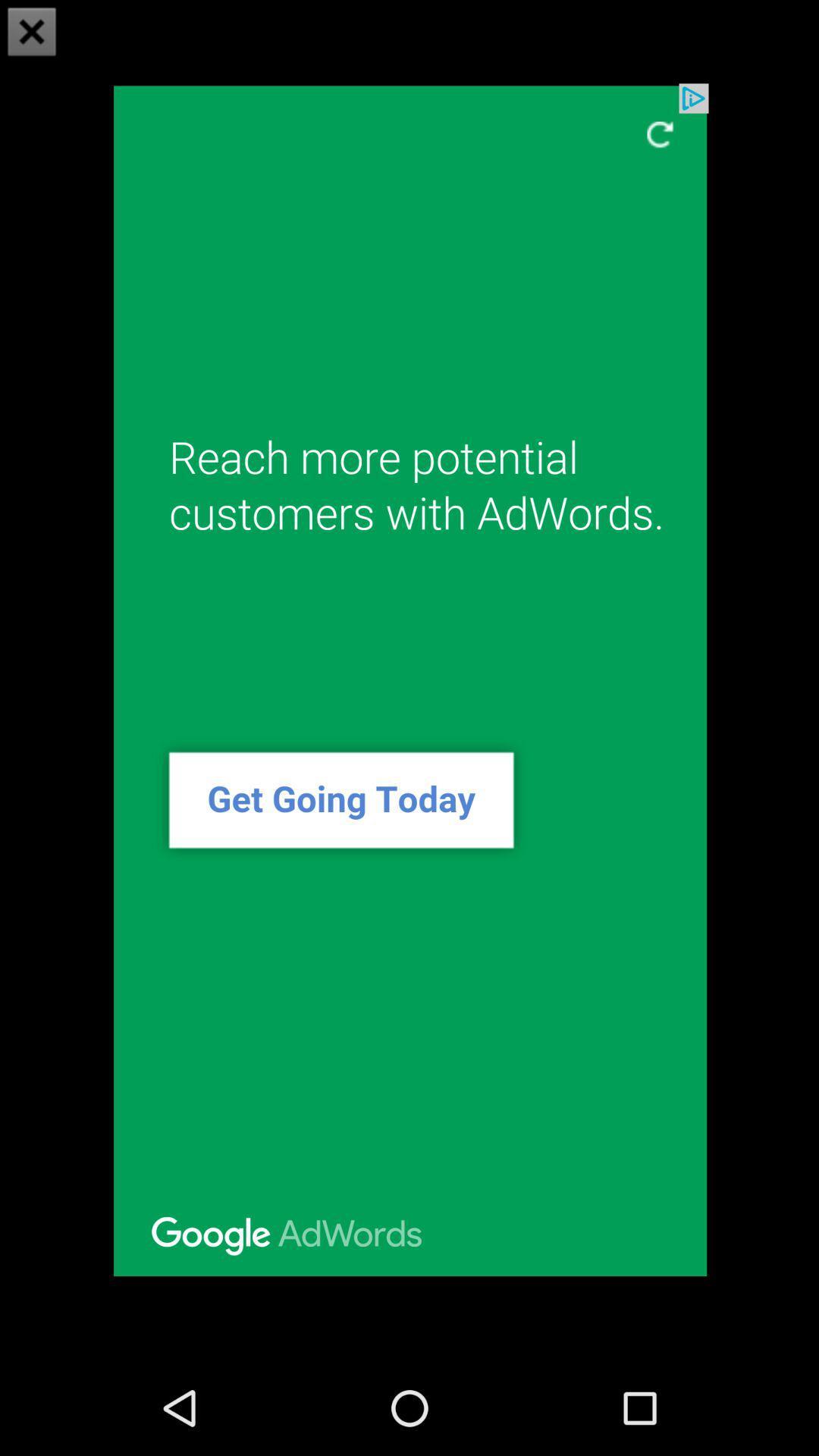 The width and height of the screenshot is (819, 1456). Describe the element at coordinates (32, 33) in the screenshot. I see `the close icon` at that location.